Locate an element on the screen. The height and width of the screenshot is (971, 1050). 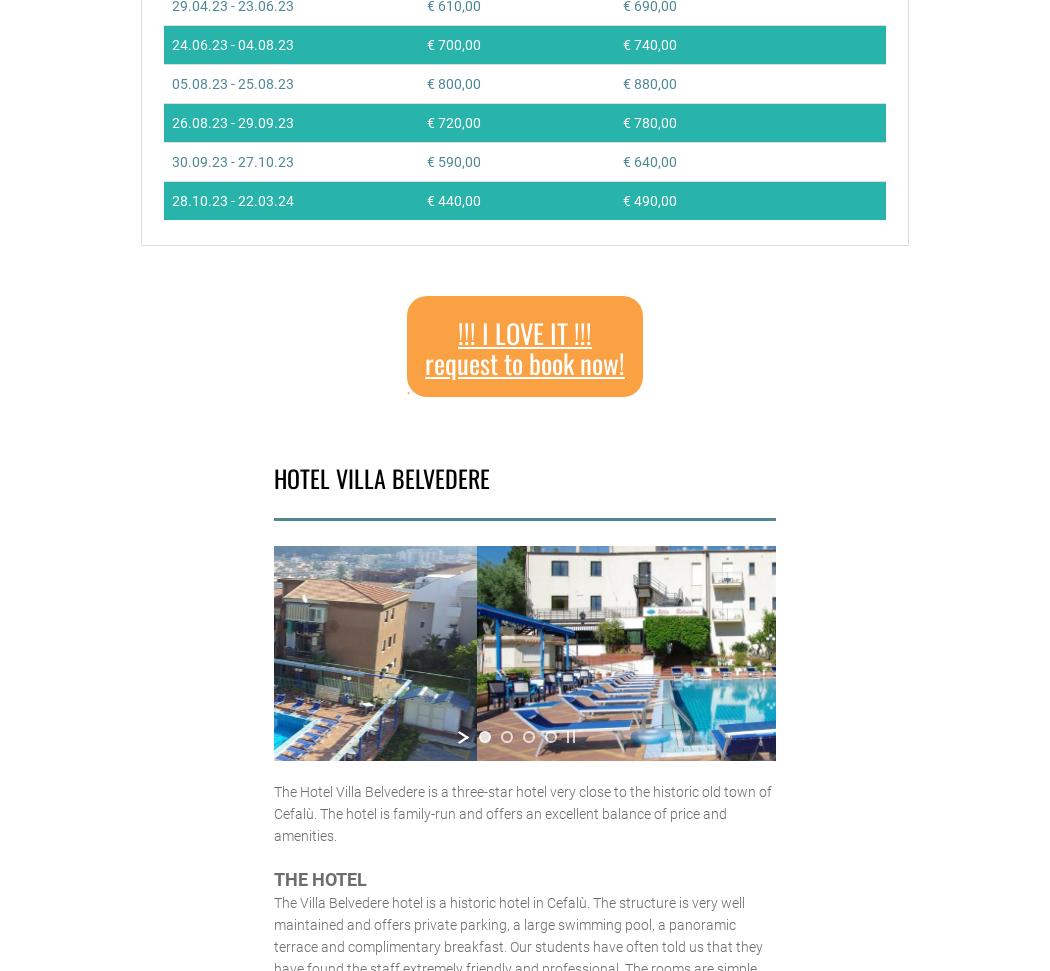
'05.08.23 - 25.08.23' is located at coordinates (171, 82).